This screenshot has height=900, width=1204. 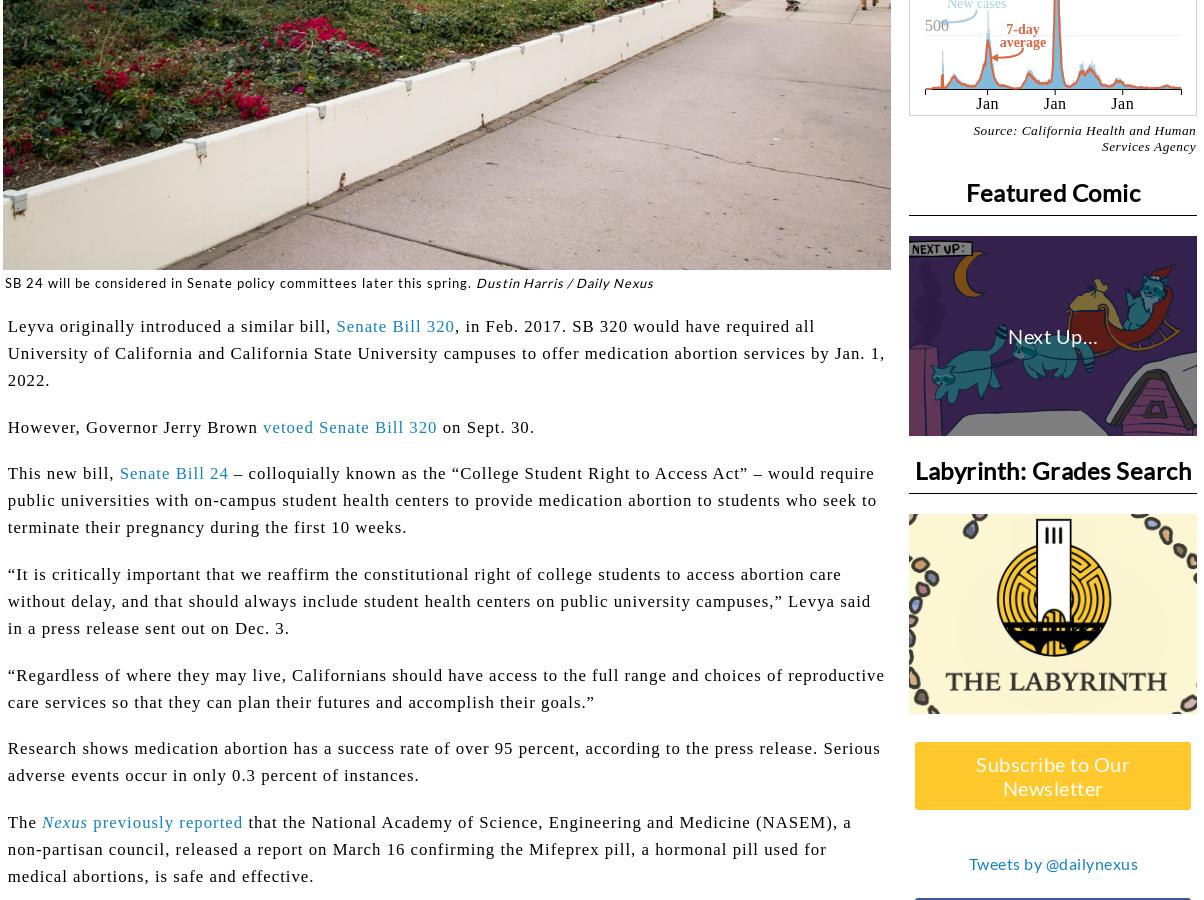 What do you see at coordinates (437, 426) in the screenshot?
I see `'on Sept. 30.'` at bounding box center [437, 426].